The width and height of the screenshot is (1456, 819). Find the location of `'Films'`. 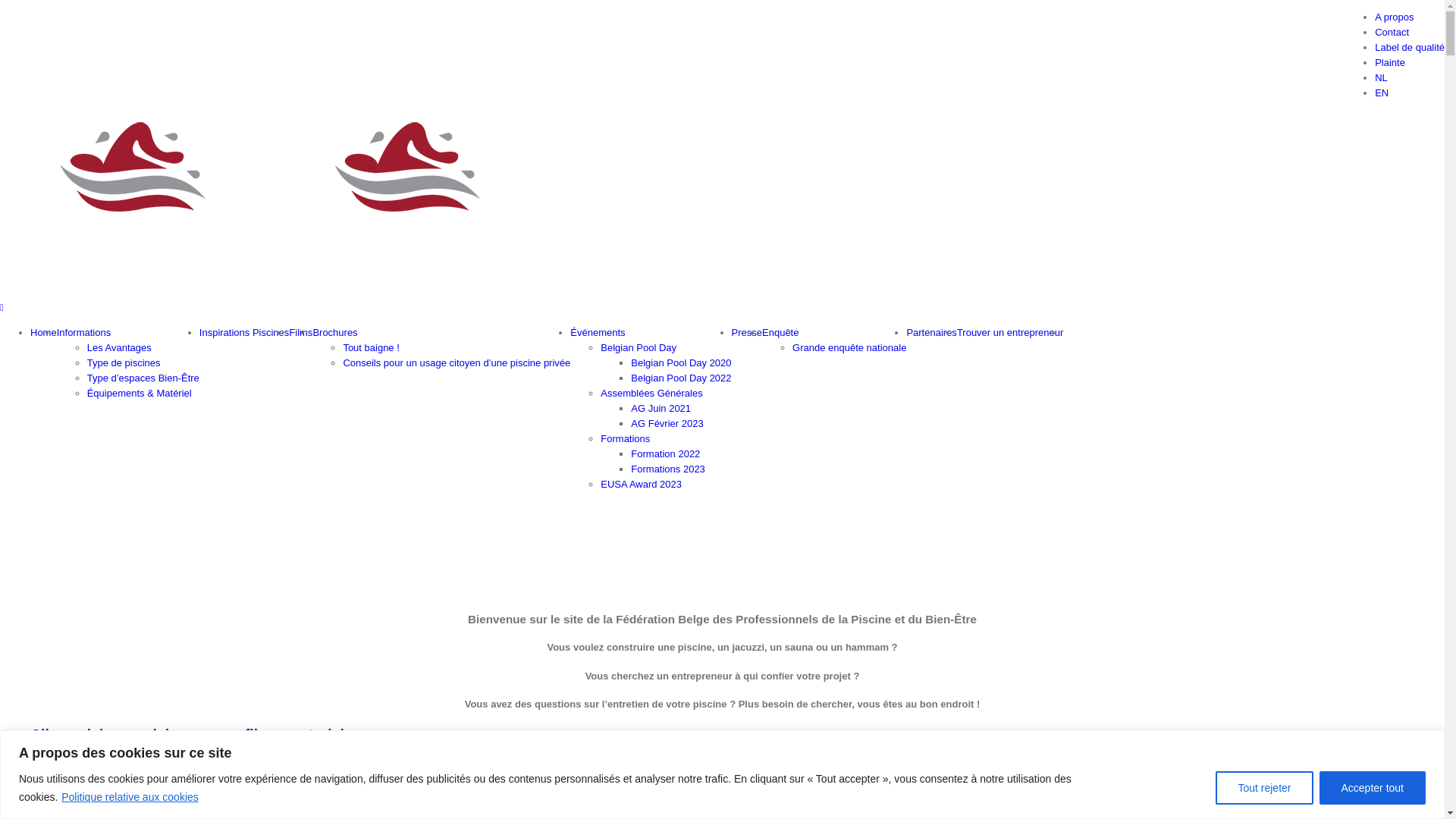

'Films' is located at coordinates (288, 331).